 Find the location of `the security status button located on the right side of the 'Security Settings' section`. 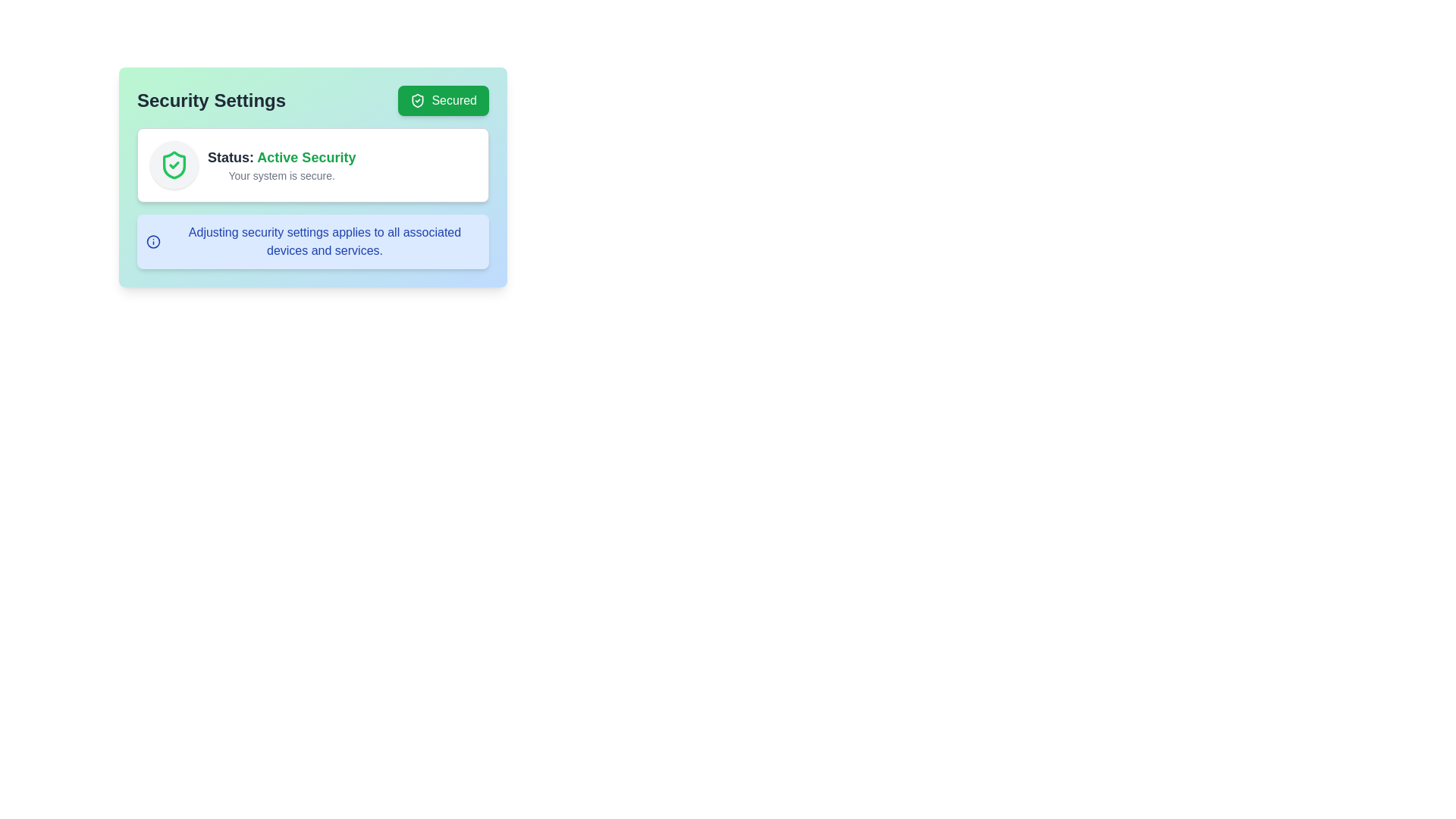

the security status button located on the right side of the 'Security Settings' section is located at coordinates (443, 100).